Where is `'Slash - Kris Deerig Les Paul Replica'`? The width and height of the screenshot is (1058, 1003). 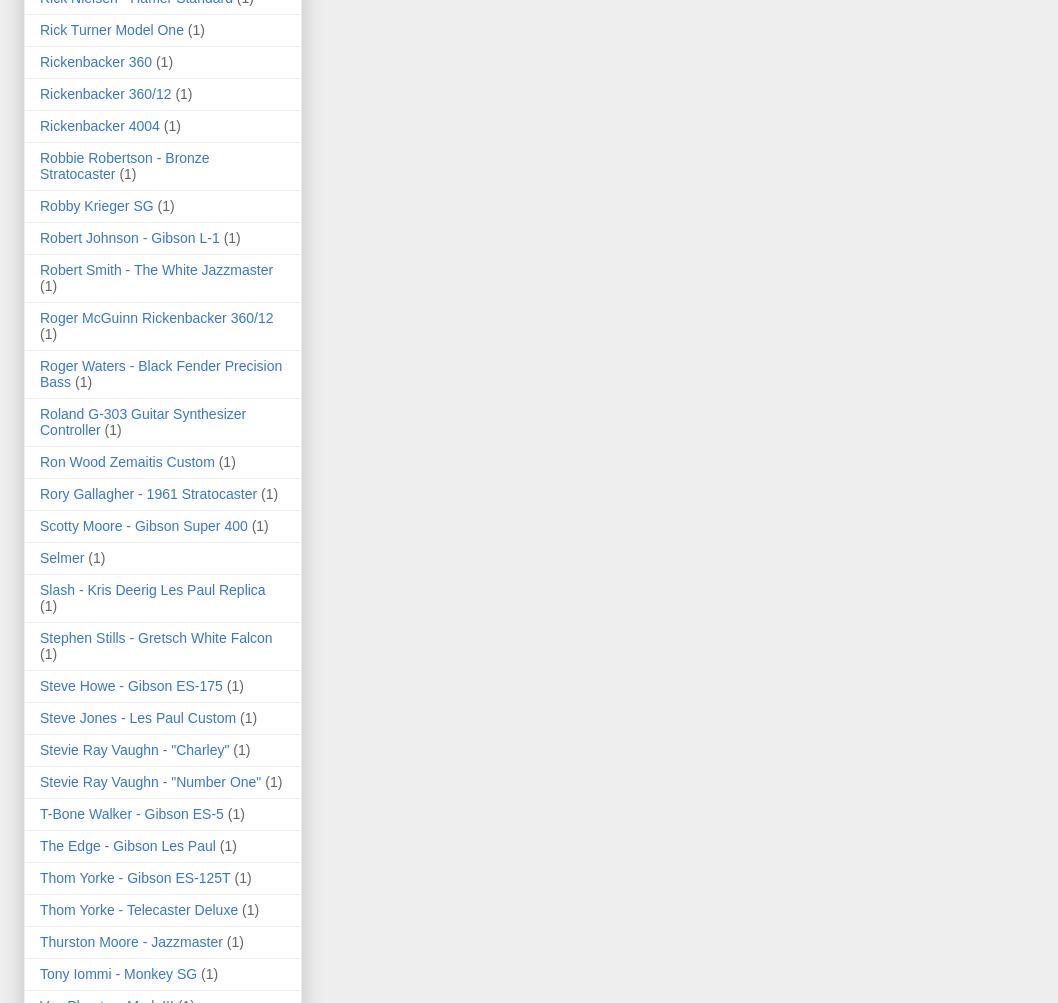 'Slash - Kris Deerig Les Paul Replica' is located at coordinates (39, 587).